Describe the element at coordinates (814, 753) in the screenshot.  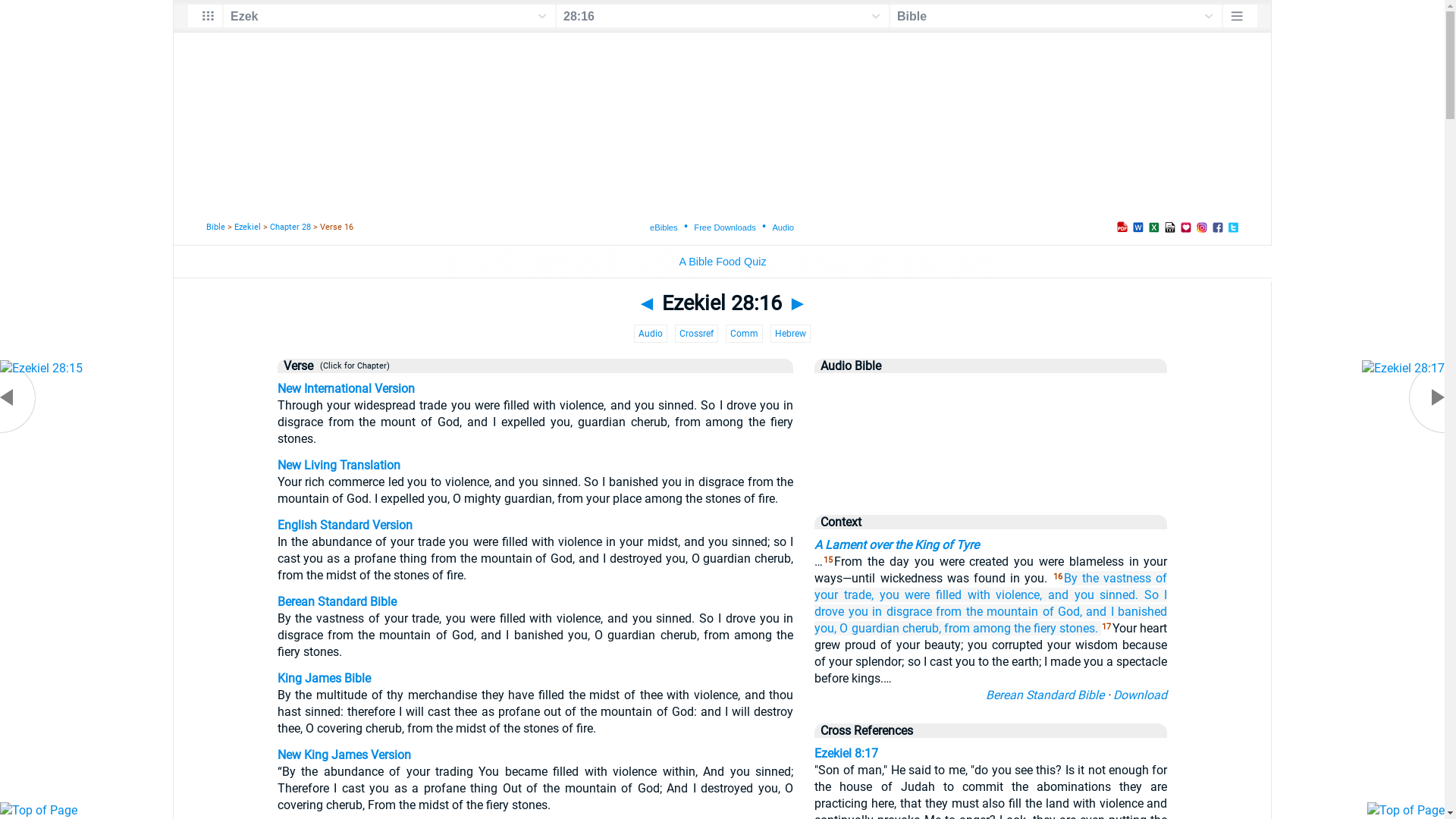
I see `'Ezekiel 8:17'` at that location.